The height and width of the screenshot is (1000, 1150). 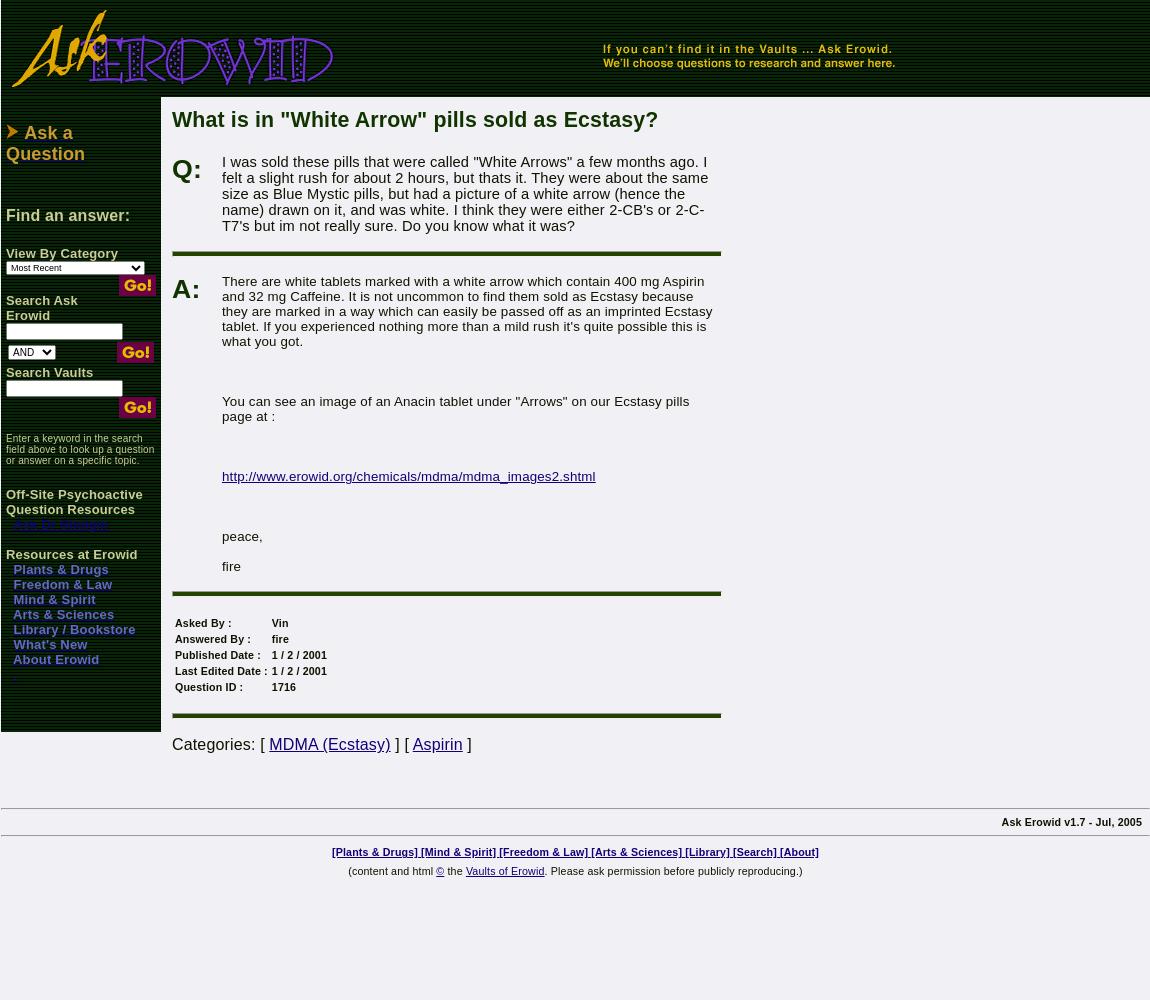 What do you see at coordinates (415, 119) in the screenshot?
I see `'What is in "White Arrow" pills sold as Ecstasy?'` at bounding box center [415, 119].